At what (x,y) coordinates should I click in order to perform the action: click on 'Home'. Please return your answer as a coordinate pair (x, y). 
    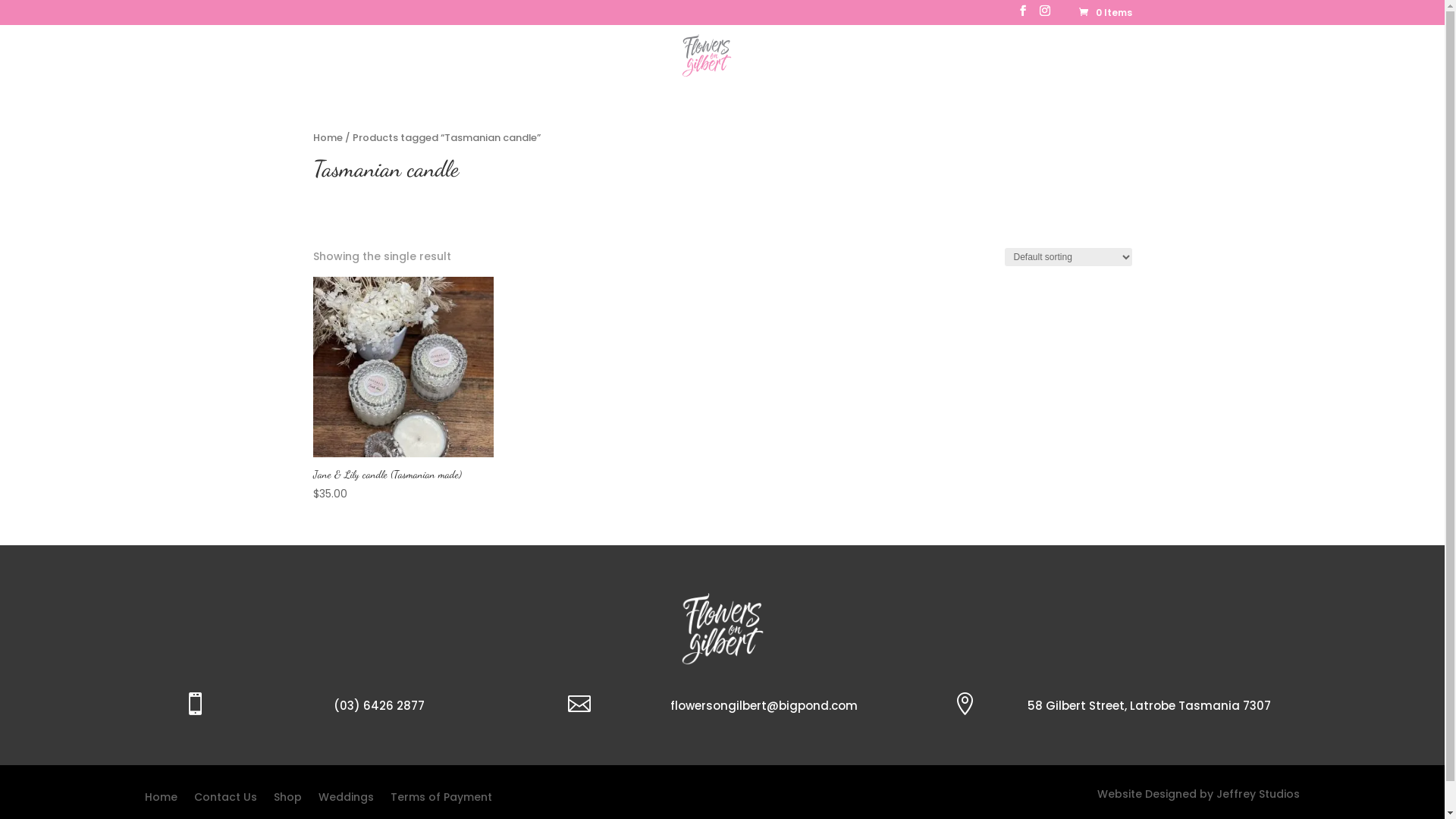
    Looking at the image, I should click on (326, 137).